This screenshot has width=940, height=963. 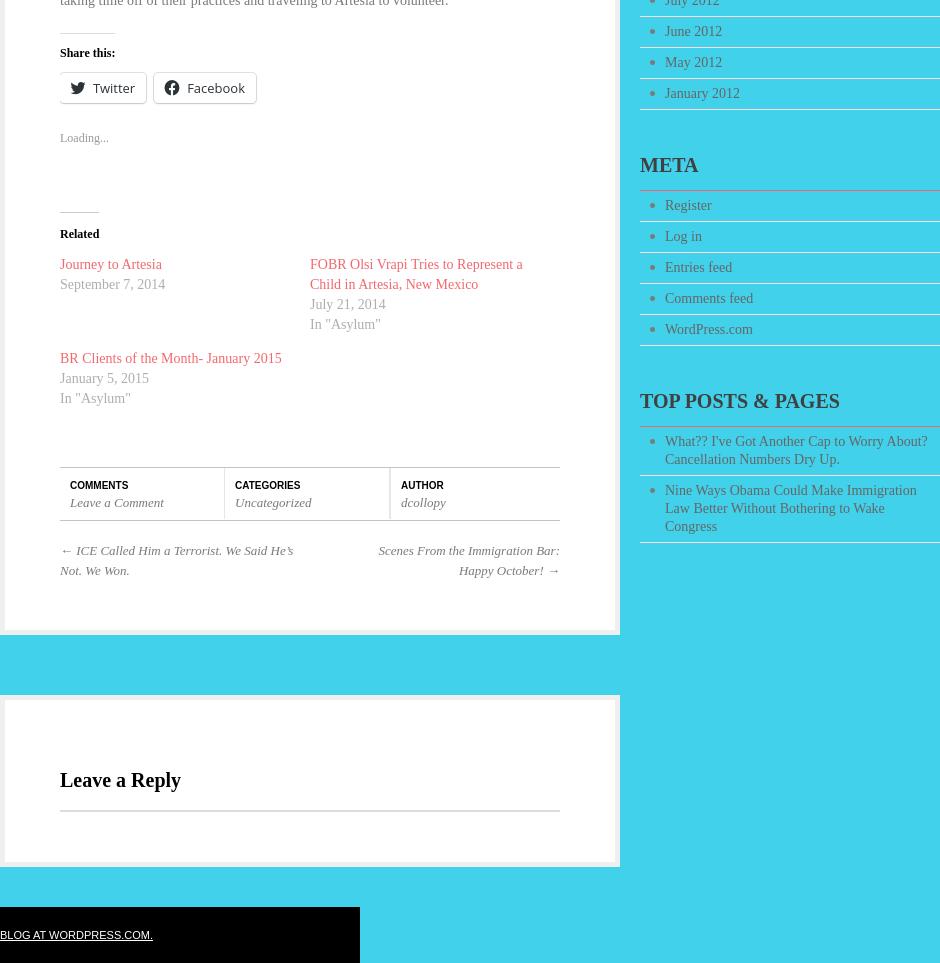 What do you see at coordinates (119, 780) in the screenshot?
I see `'Leave a Reply'` at bounding box center [119, 780].